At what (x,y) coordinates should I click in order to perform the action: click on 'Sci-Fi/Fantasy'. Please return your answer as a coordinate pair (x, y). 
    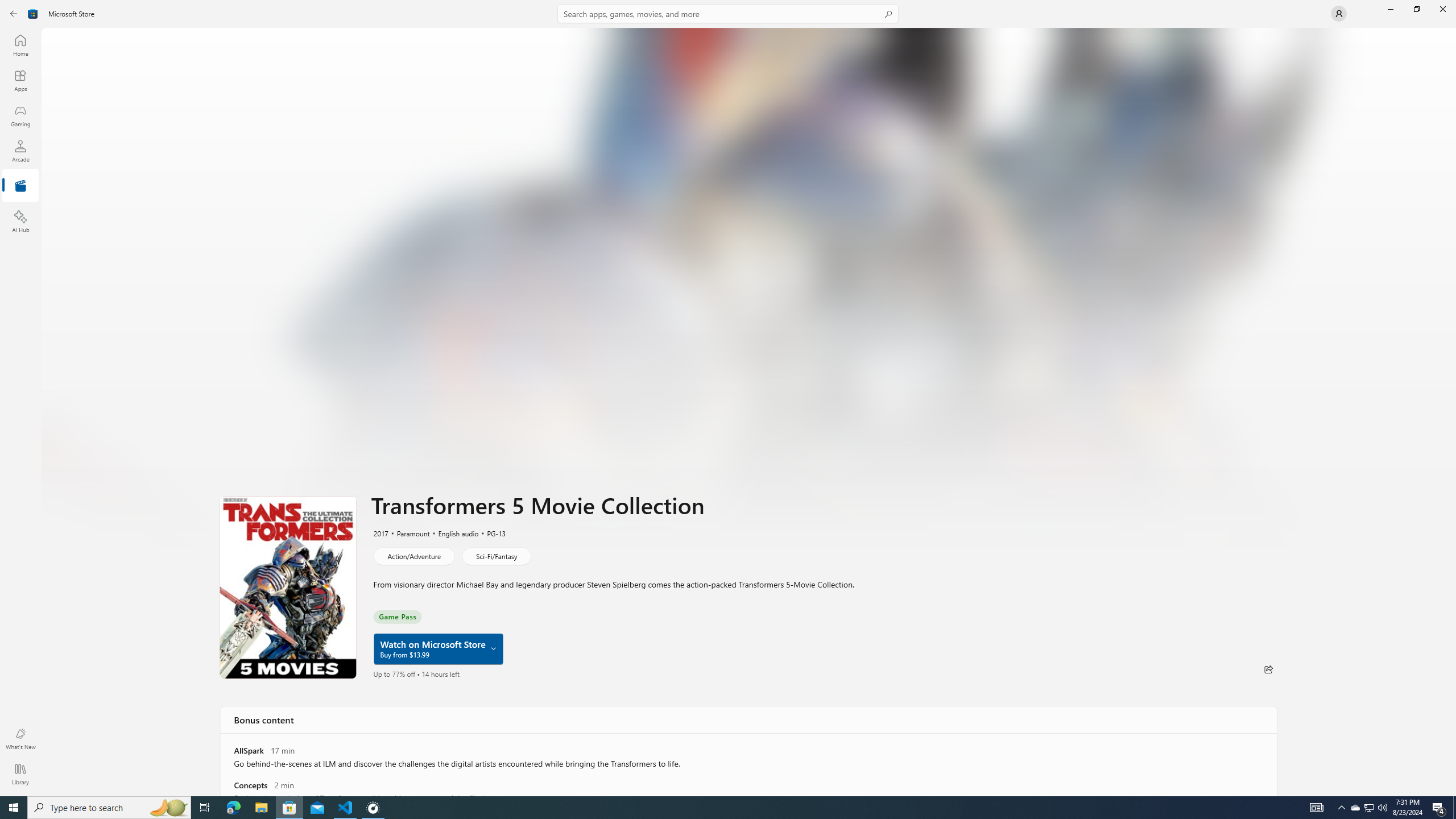
    Looking at the image, I should click on (496, 555).